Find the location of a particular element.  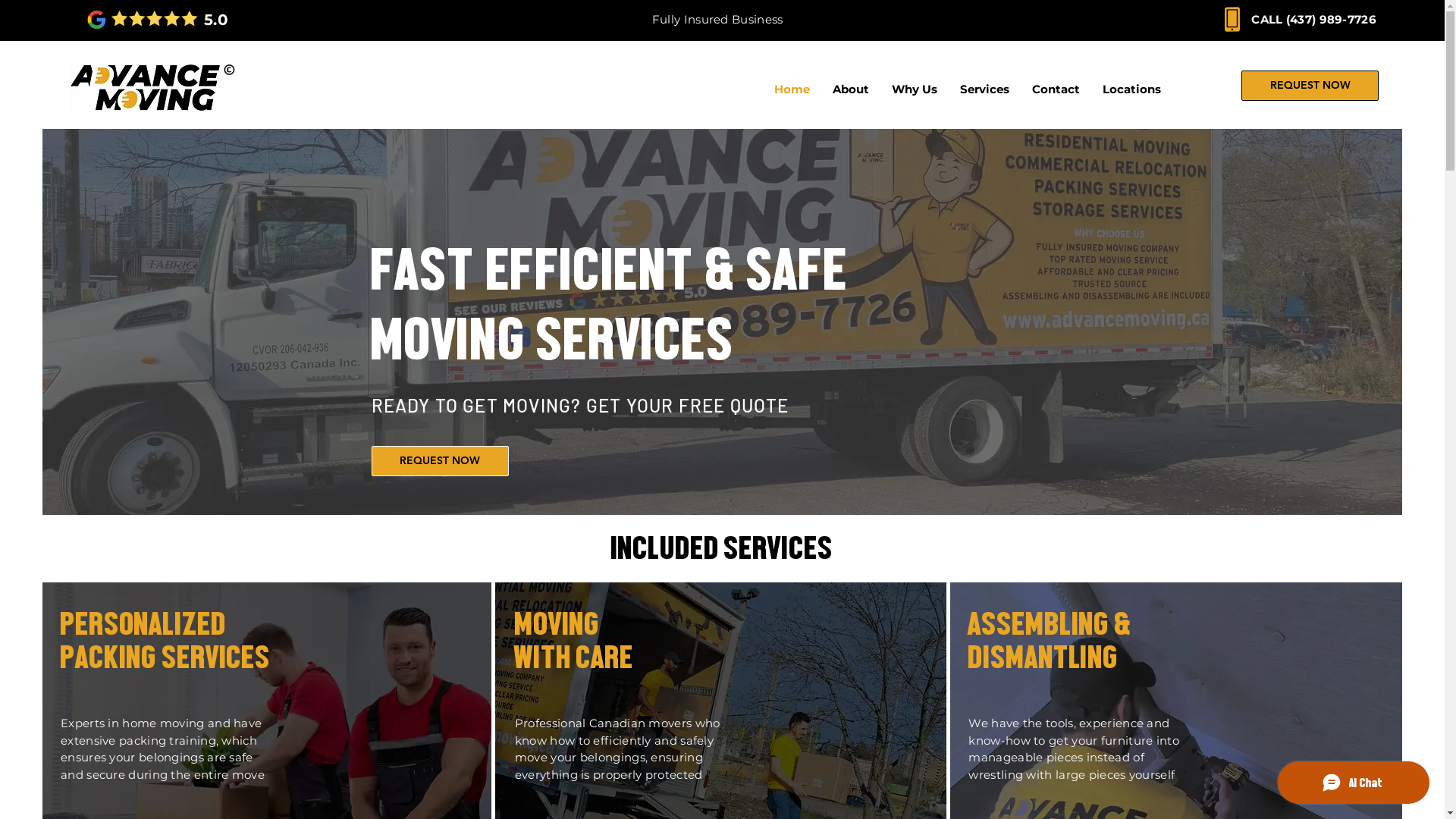

'CALL (437) 989-7726' is located at coordinates (1251, 19).